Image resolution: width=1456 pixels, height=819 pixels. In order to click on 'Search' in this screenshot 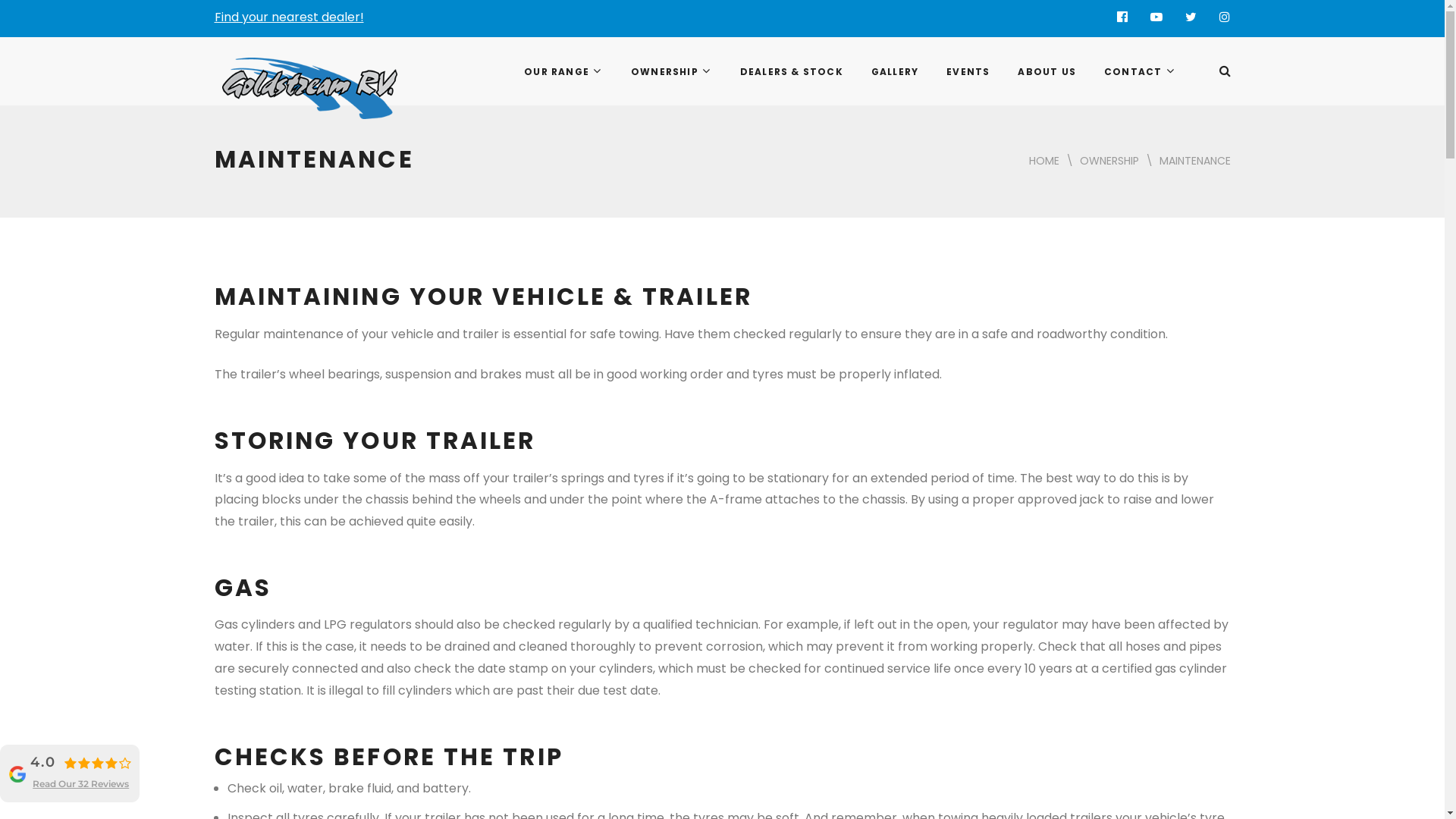, I will do `click(1204, 116)`.